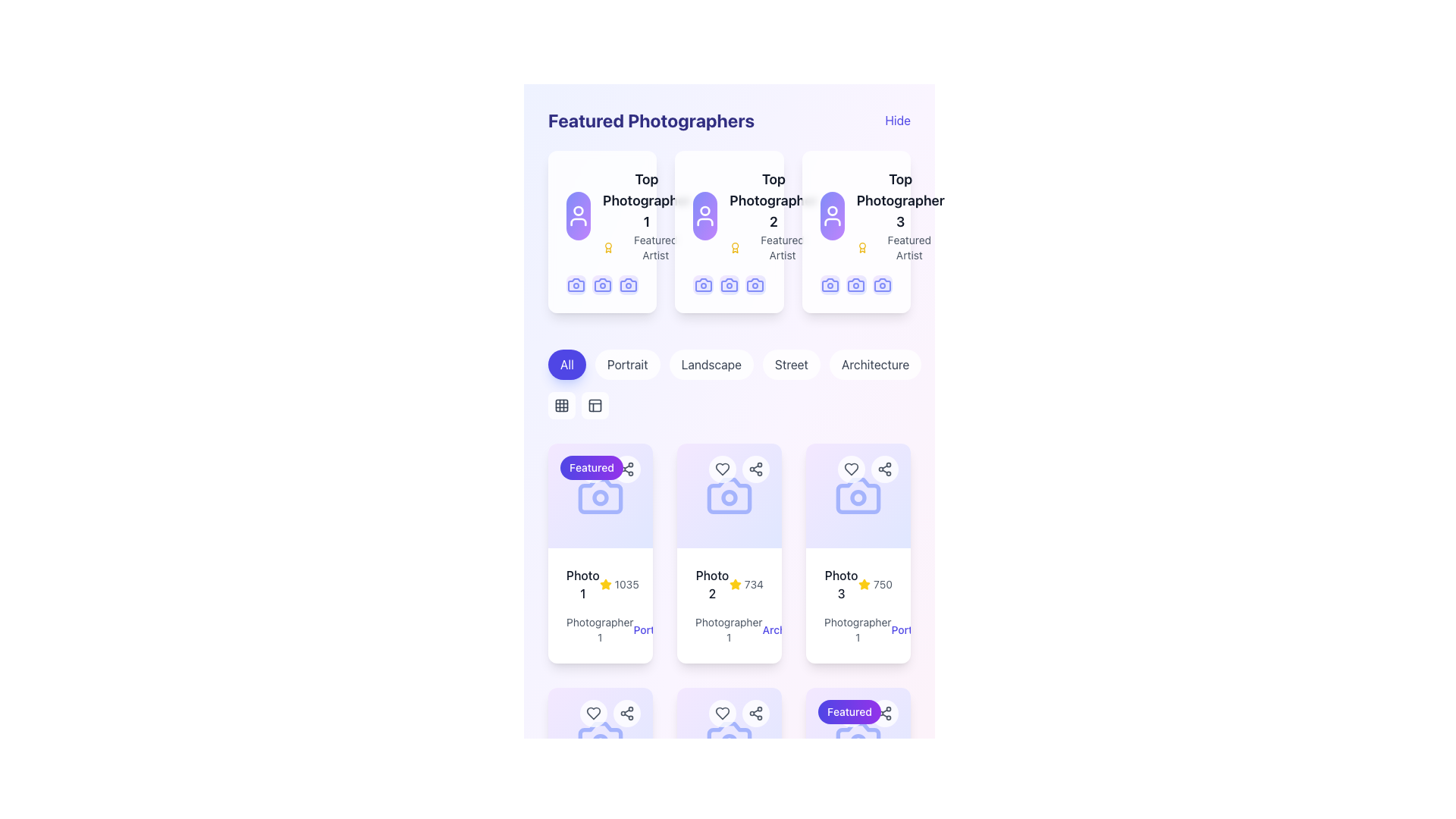 The width and height of the screenshot is (1456, 819). Describe the element at coordinates (849, 712) in the screenshot. I see `the 'Featured' text label that visually differentiates its associated card in the grid of cards` at that location.